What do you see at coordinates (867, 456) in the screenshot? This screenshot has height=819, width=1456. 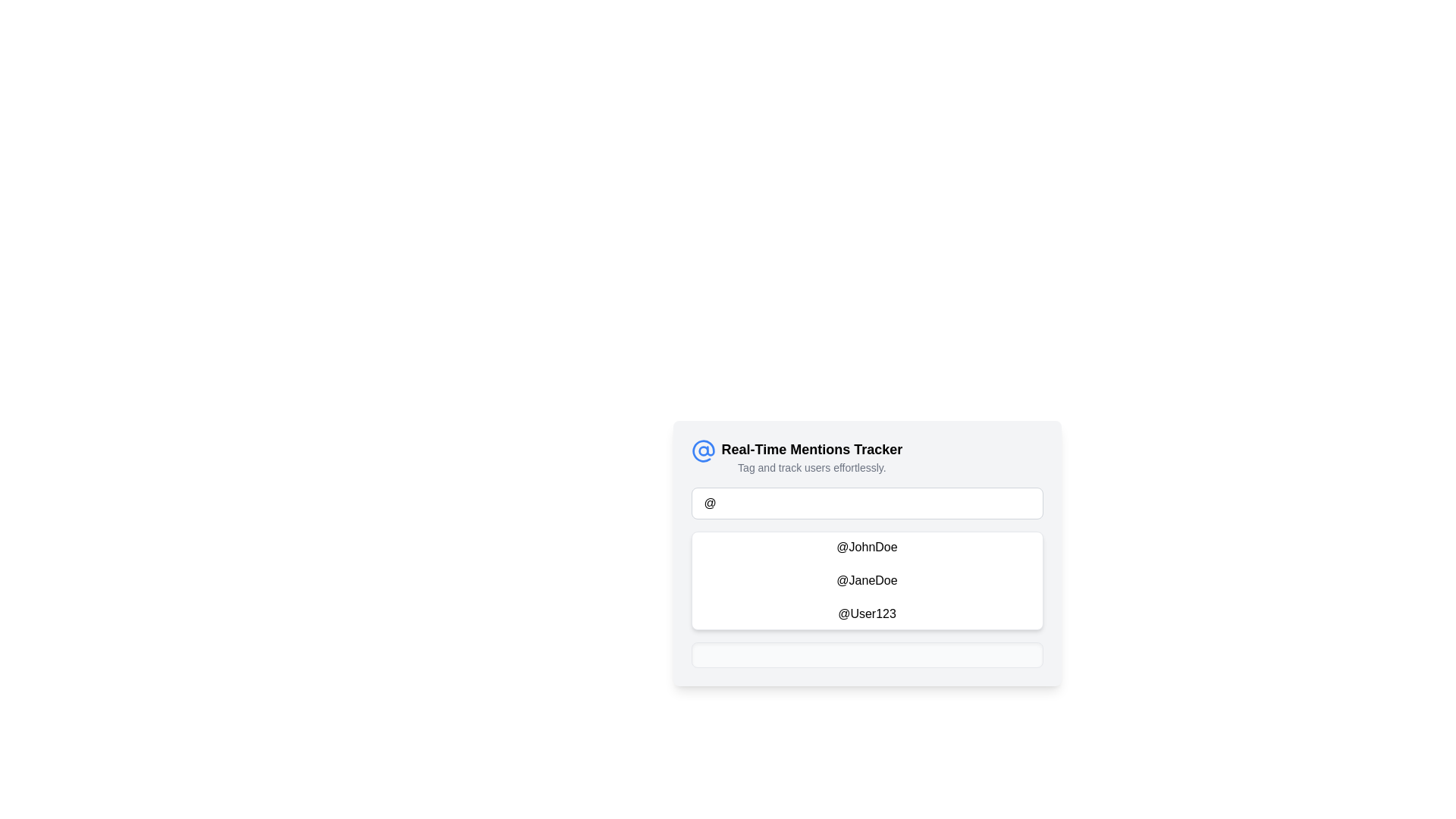 I see `the text block titled 'Real-Time Mentions Tracker' that is bold and followed by a smaller descriptive text, which is located above a text field placeholder` at bounding box center [867, 456].